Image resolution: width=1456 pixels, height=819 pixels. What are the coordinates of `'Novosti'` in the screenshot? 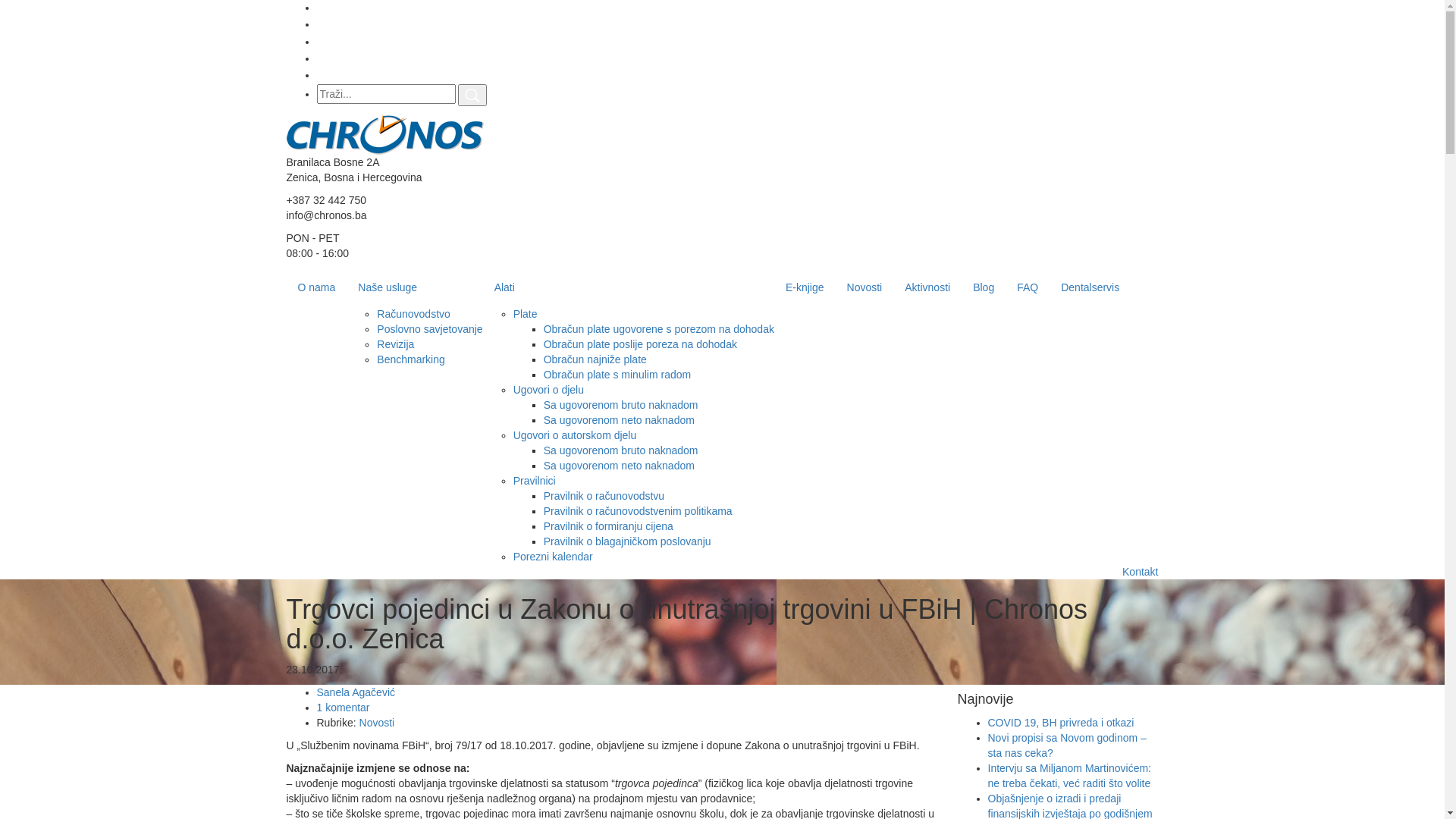 It's located at (864, 287).